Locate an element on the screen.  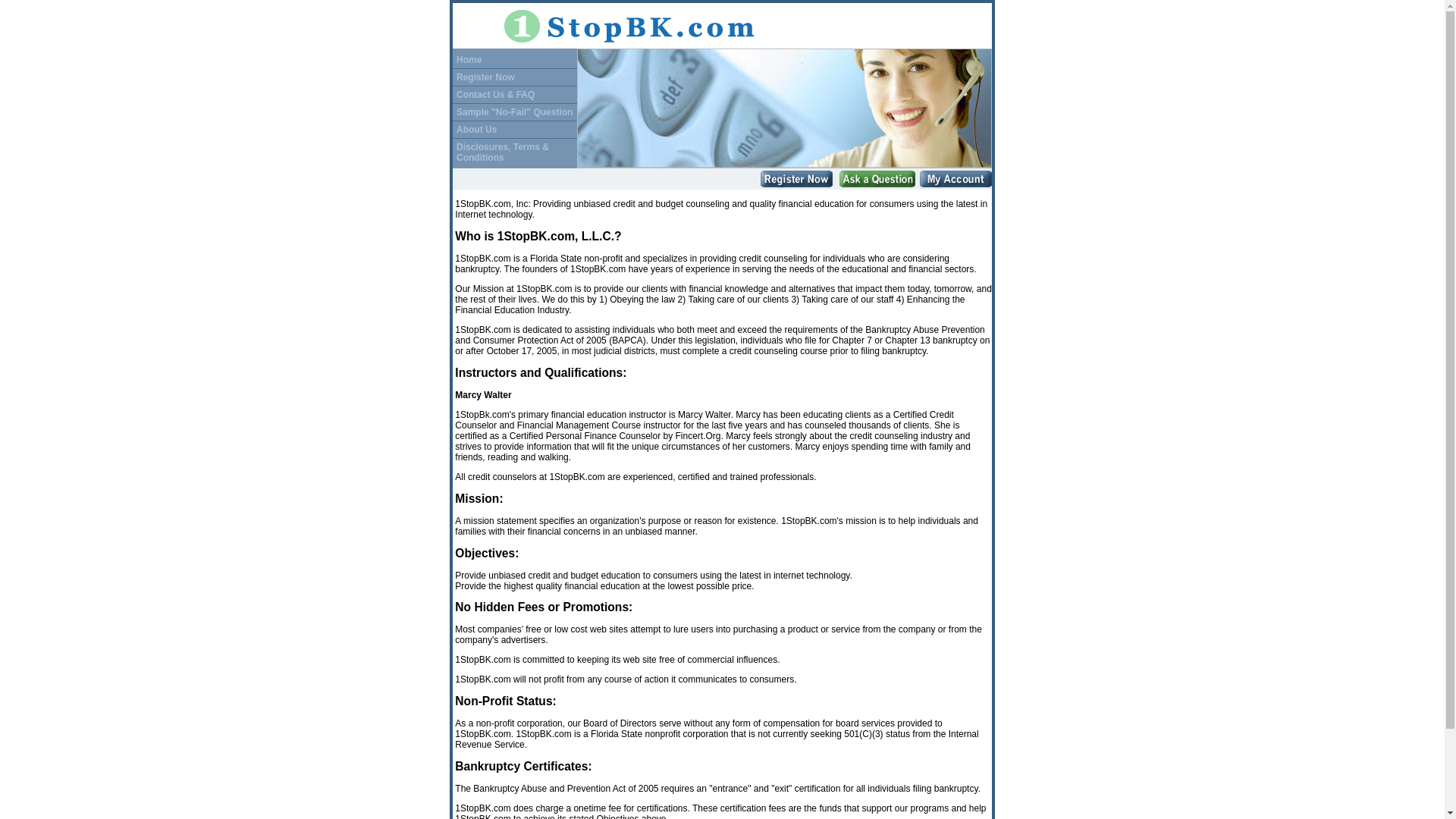
'Disclosures, Terms & Conditions' is located at coordinates (502, 152).